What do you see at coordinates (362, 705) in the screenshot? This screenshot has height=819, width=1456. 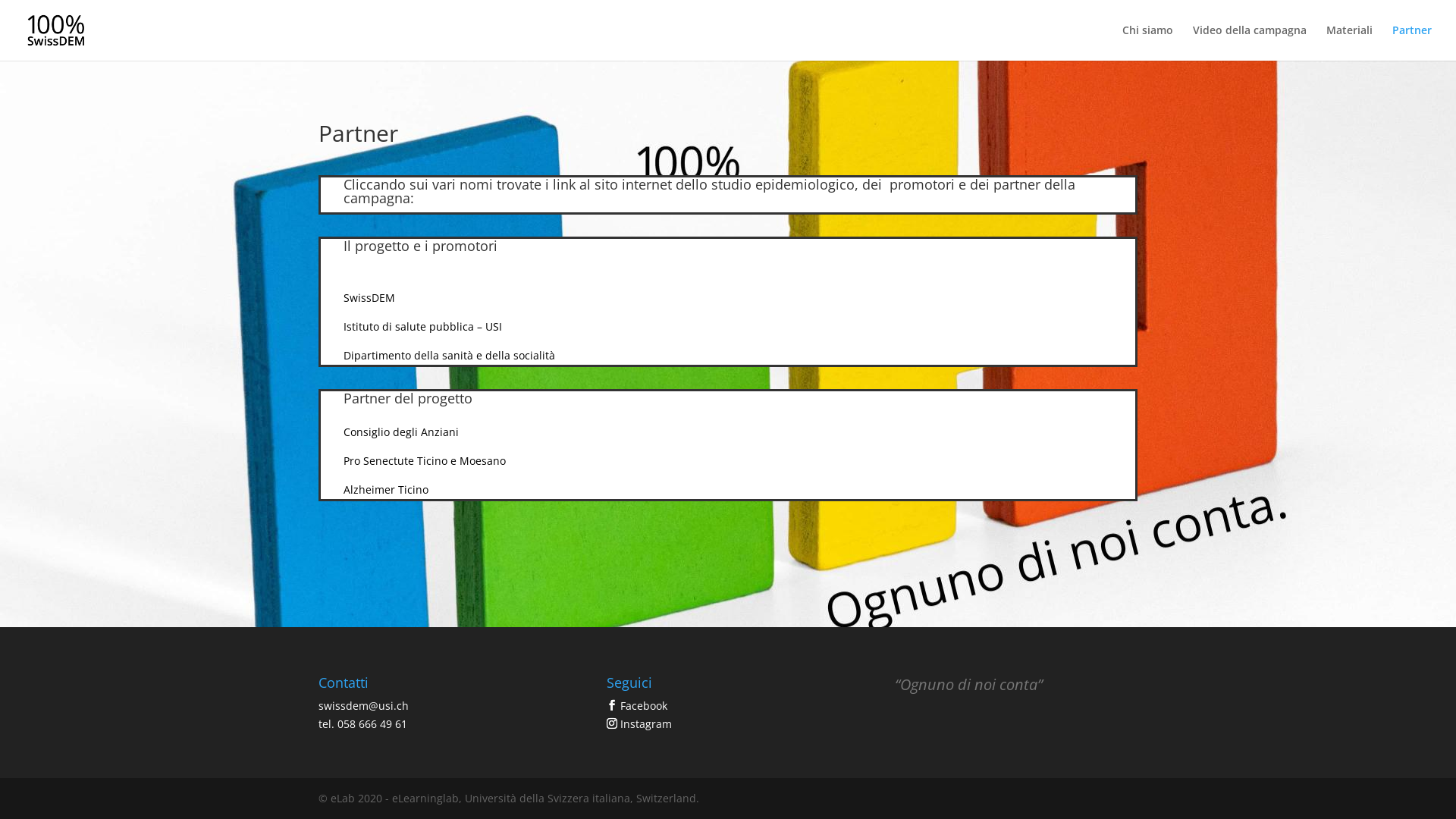 I see `'swissdem@usi.ch'` at bounding box center [362, 705].